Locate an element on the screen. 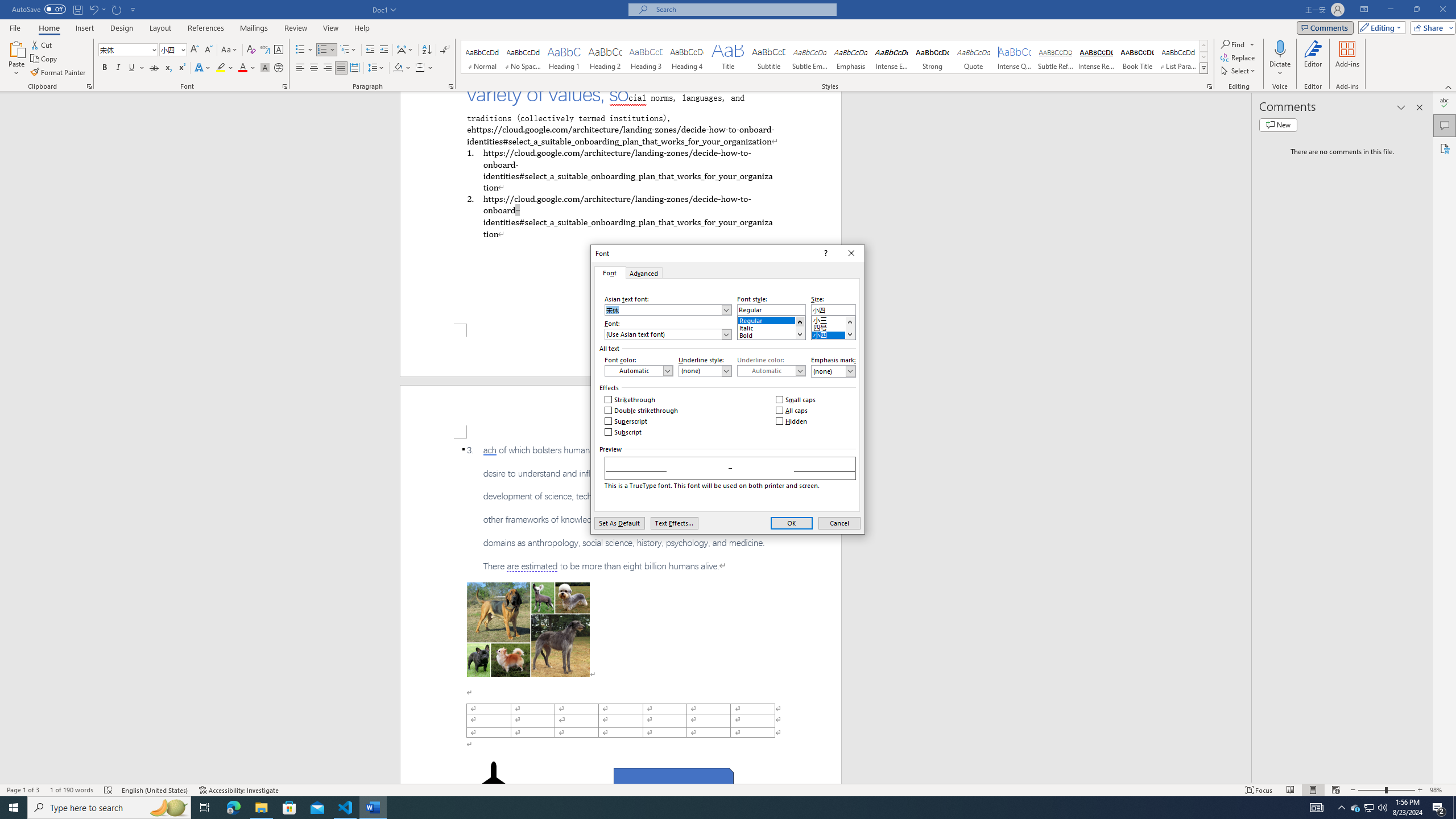 The image size is (1456, 819). 'Intense Reference' is located at coordinates (1096, 56).